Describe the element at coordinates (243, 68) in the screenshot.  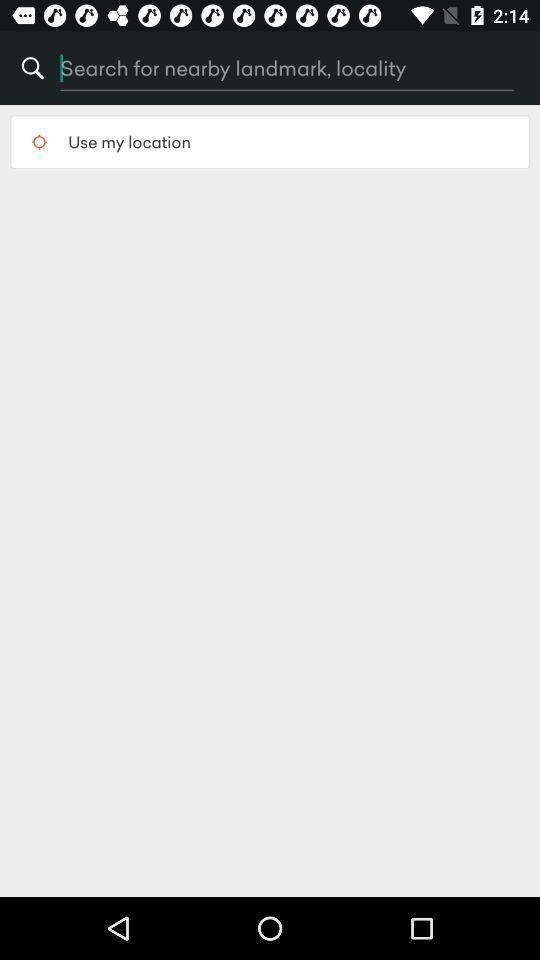
I see `item to the right of % icon` at that location.